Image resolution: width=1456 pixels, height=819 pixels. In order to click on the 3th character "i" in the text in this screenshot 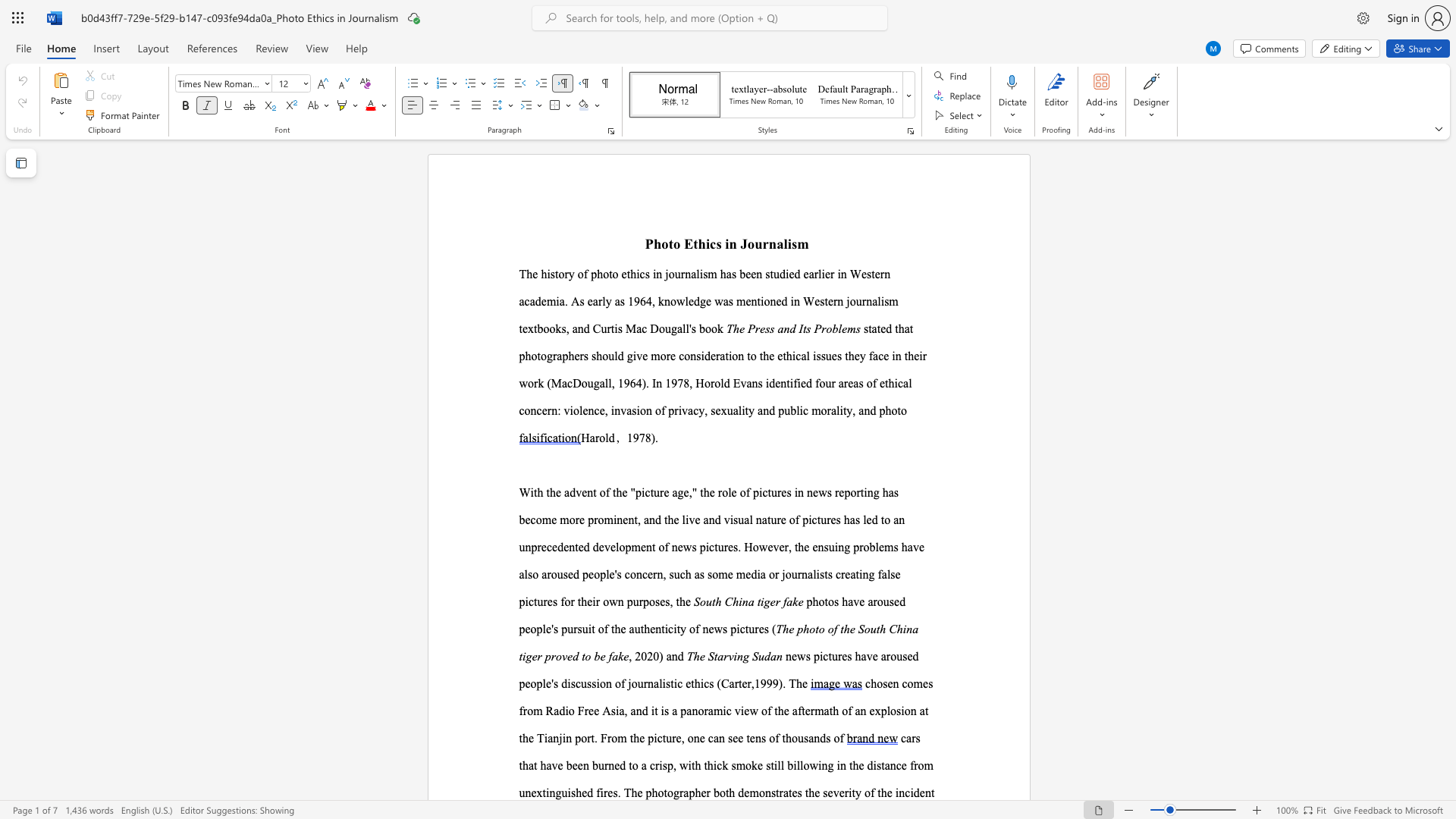, I will do `click(798, 382)`.